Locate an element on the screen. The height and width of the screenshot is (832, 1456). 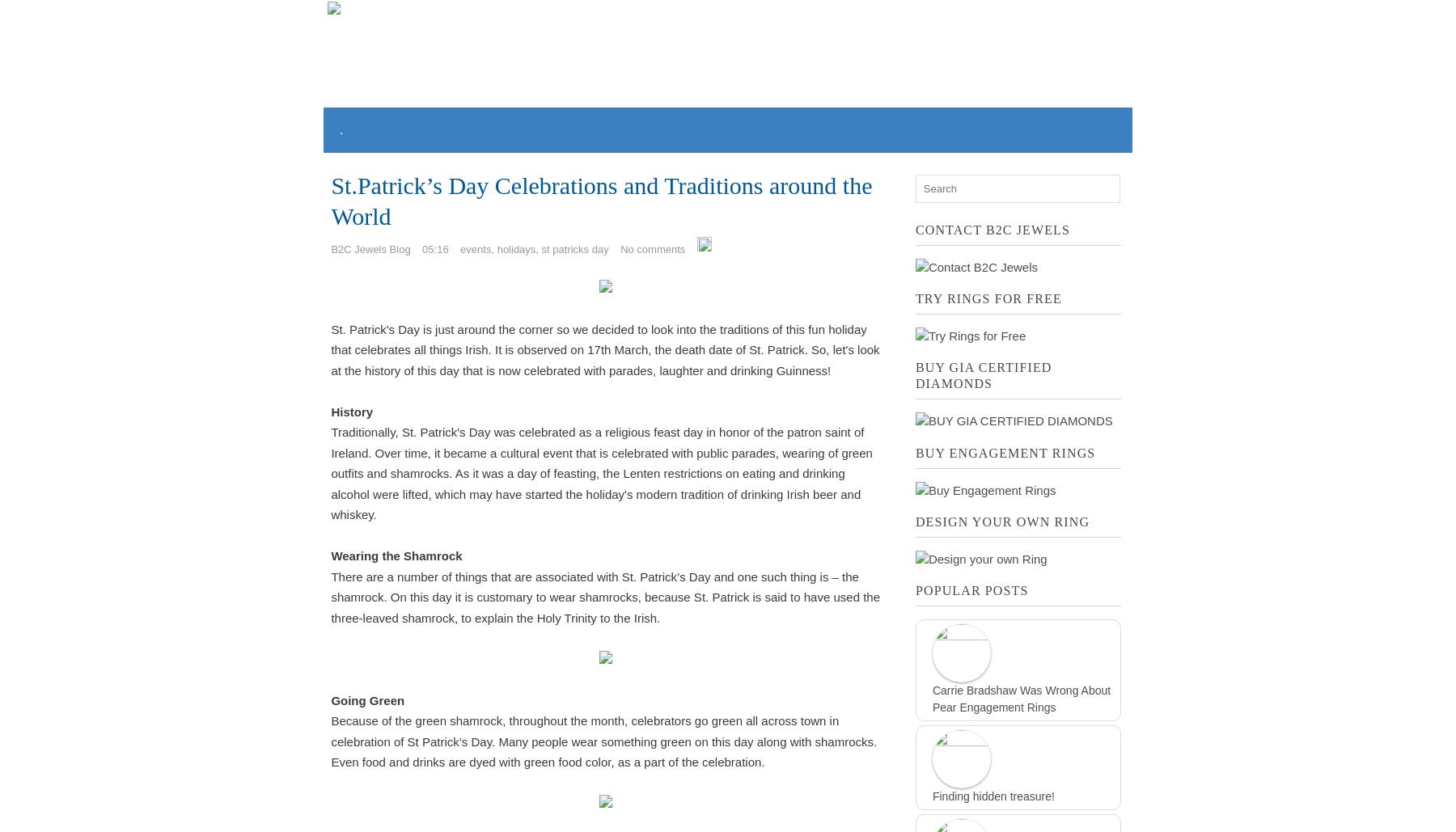
'B2C Jewels Blog' is located at coordinates (369, 248).